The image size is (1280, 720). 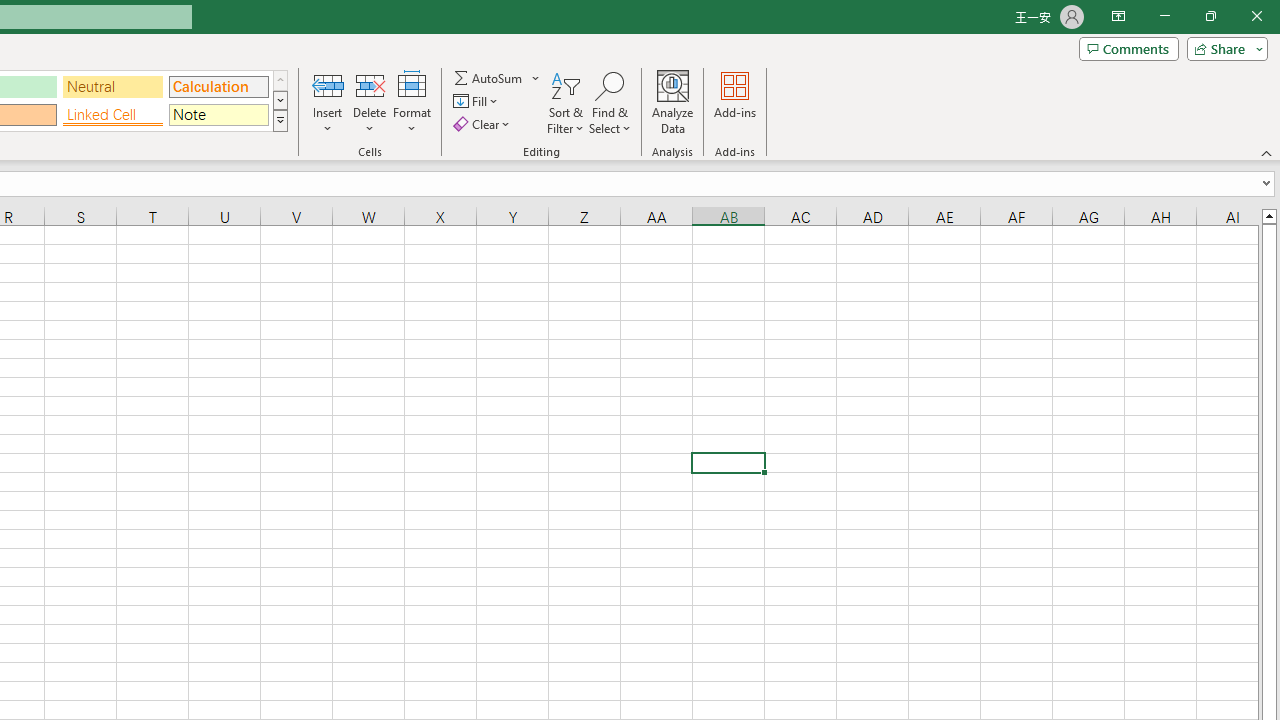 I want to click on 'Calculation', so click(x=218, y=85).